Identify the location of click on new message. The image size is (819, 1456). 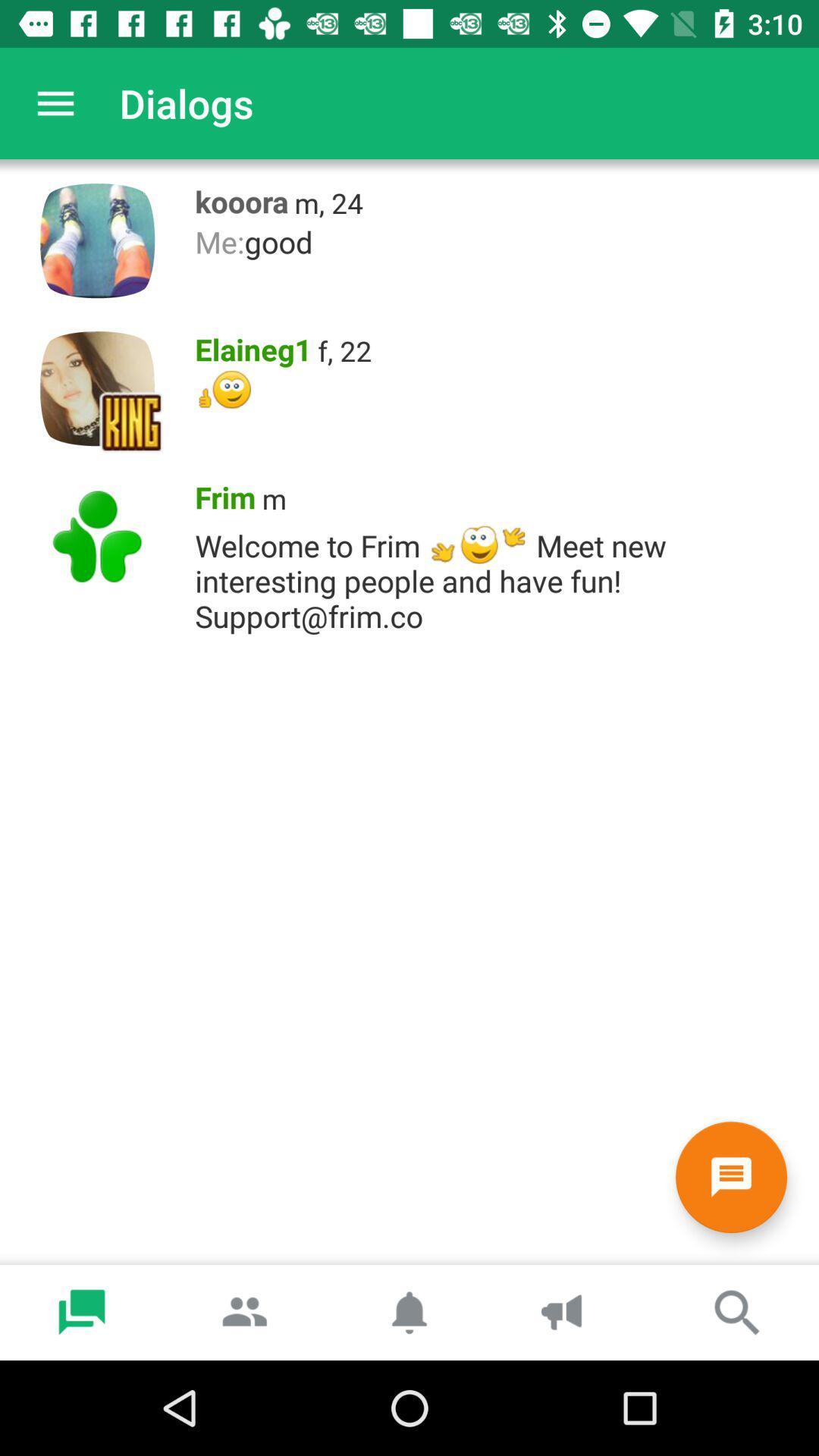
(730, 1176).